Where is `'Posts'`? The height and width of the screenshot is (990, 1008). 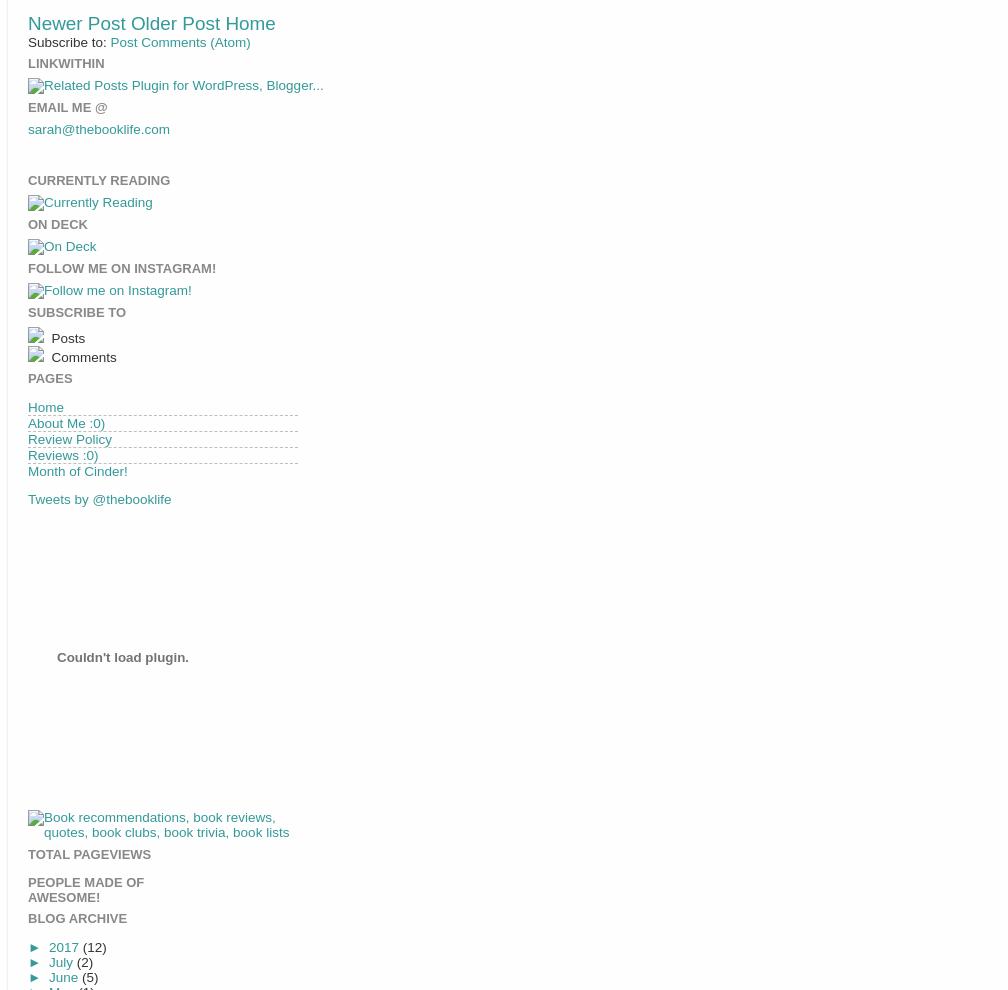 'Posts' is located at coordinates (66, 336).